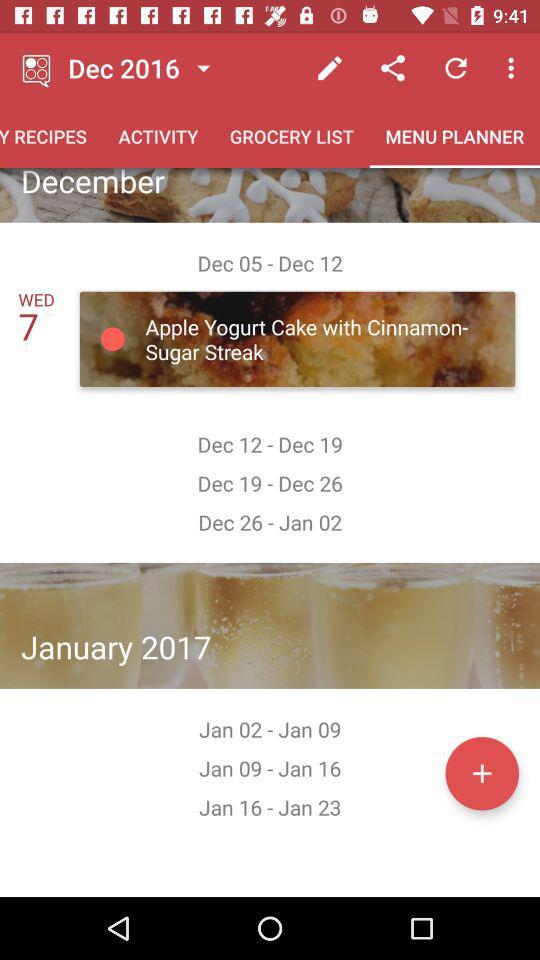  What do you see at coordinates (481, 772) in the screenshot?
I see `button` at bounding box center [481, 772].